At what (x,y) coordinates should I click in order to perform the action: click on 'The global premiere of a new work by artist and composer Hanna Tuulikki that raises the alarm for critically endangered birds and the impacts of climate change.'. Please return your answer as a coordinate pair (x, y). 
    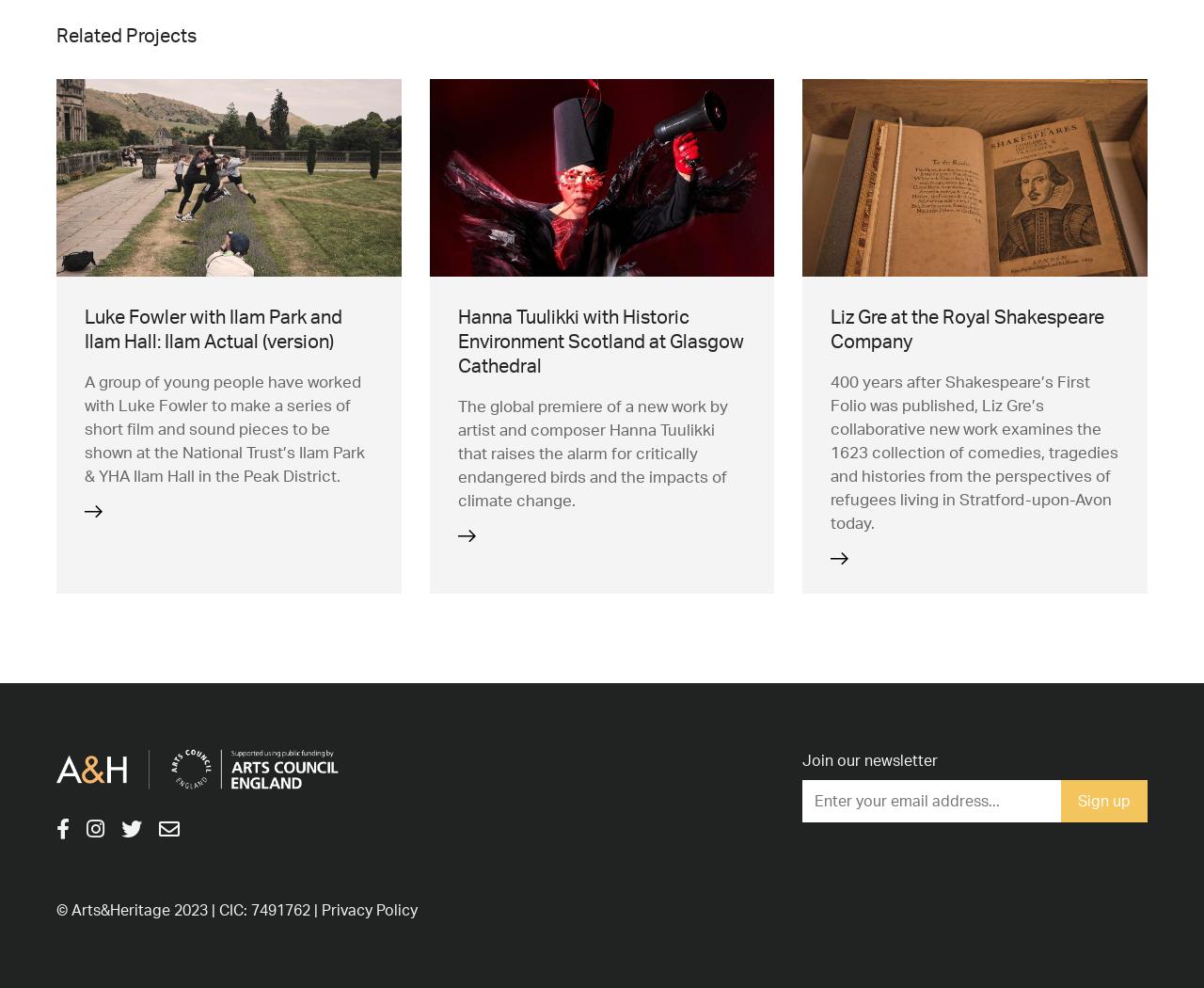
    Looking at the image, I should click on (591, 452).